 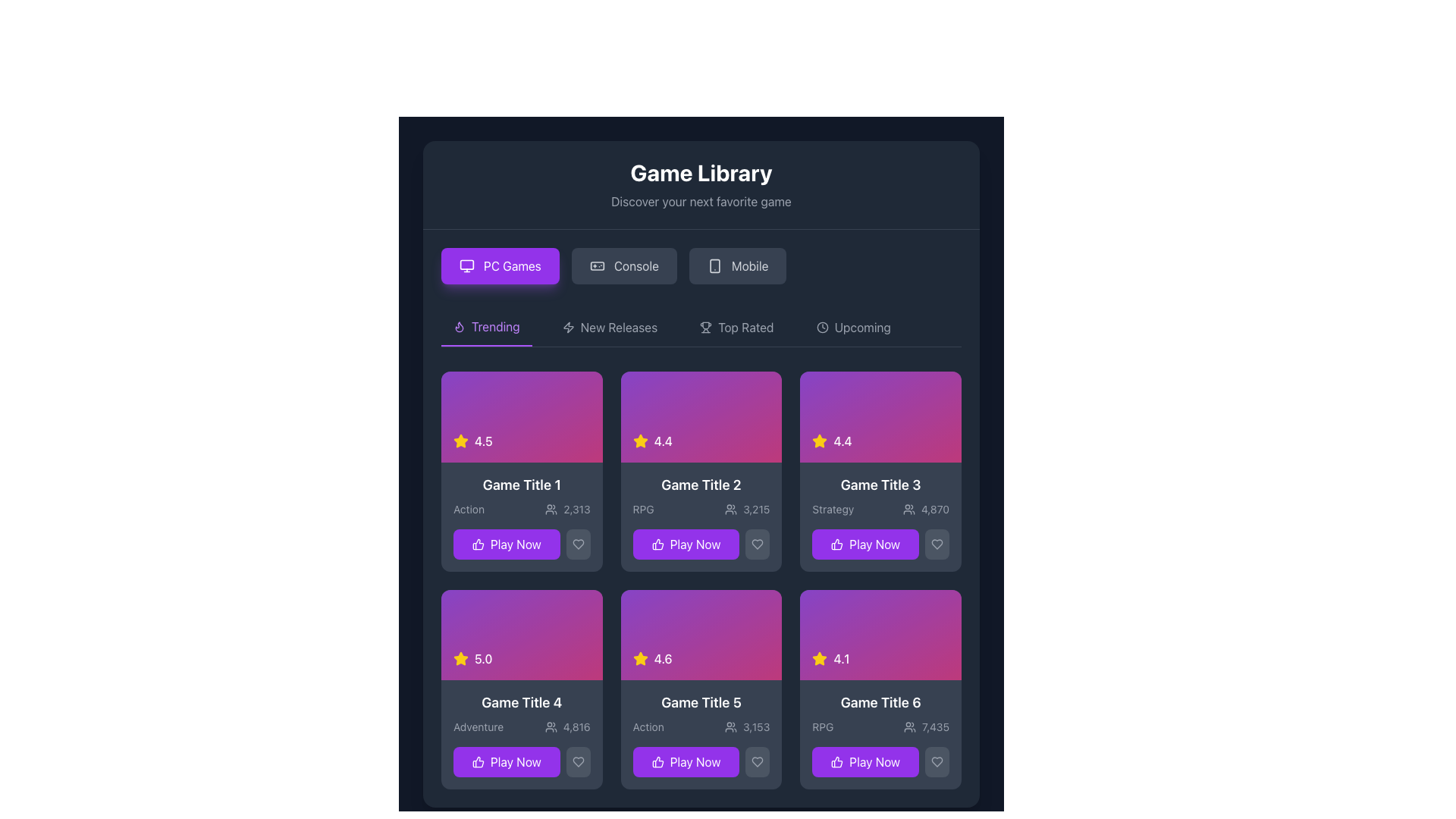 I want to click on the 'Console' text label within the category selector button to focus on it, so click(x=636, y=265).